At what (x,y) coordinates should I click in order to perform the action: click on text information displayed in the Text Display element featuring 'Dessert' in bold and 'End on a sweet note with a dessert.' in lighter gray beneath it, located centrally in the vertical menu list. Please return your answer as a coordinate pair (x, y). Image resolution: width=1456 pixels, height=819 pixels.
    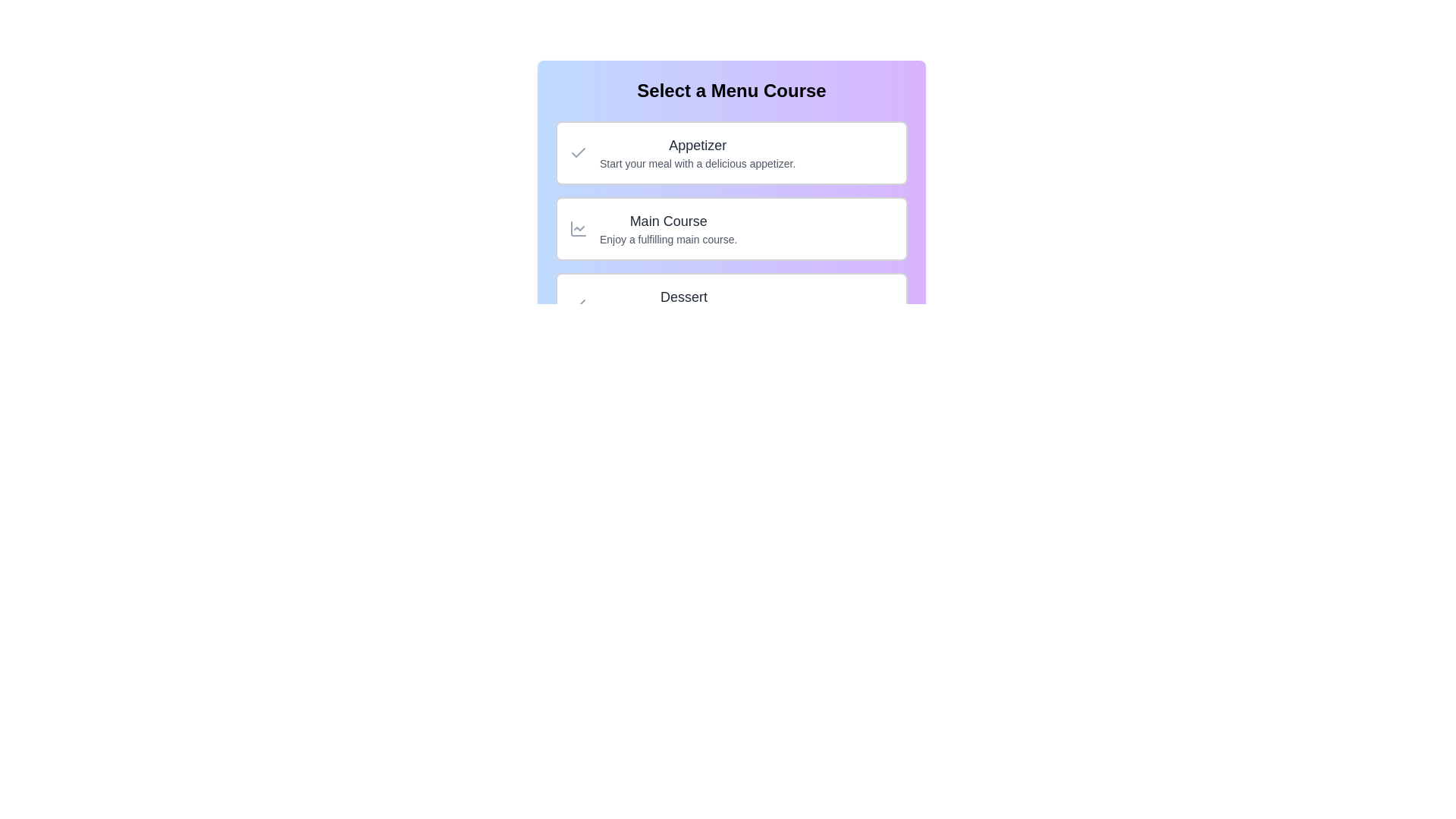
    Looking at the image, I should click on (682, 304).